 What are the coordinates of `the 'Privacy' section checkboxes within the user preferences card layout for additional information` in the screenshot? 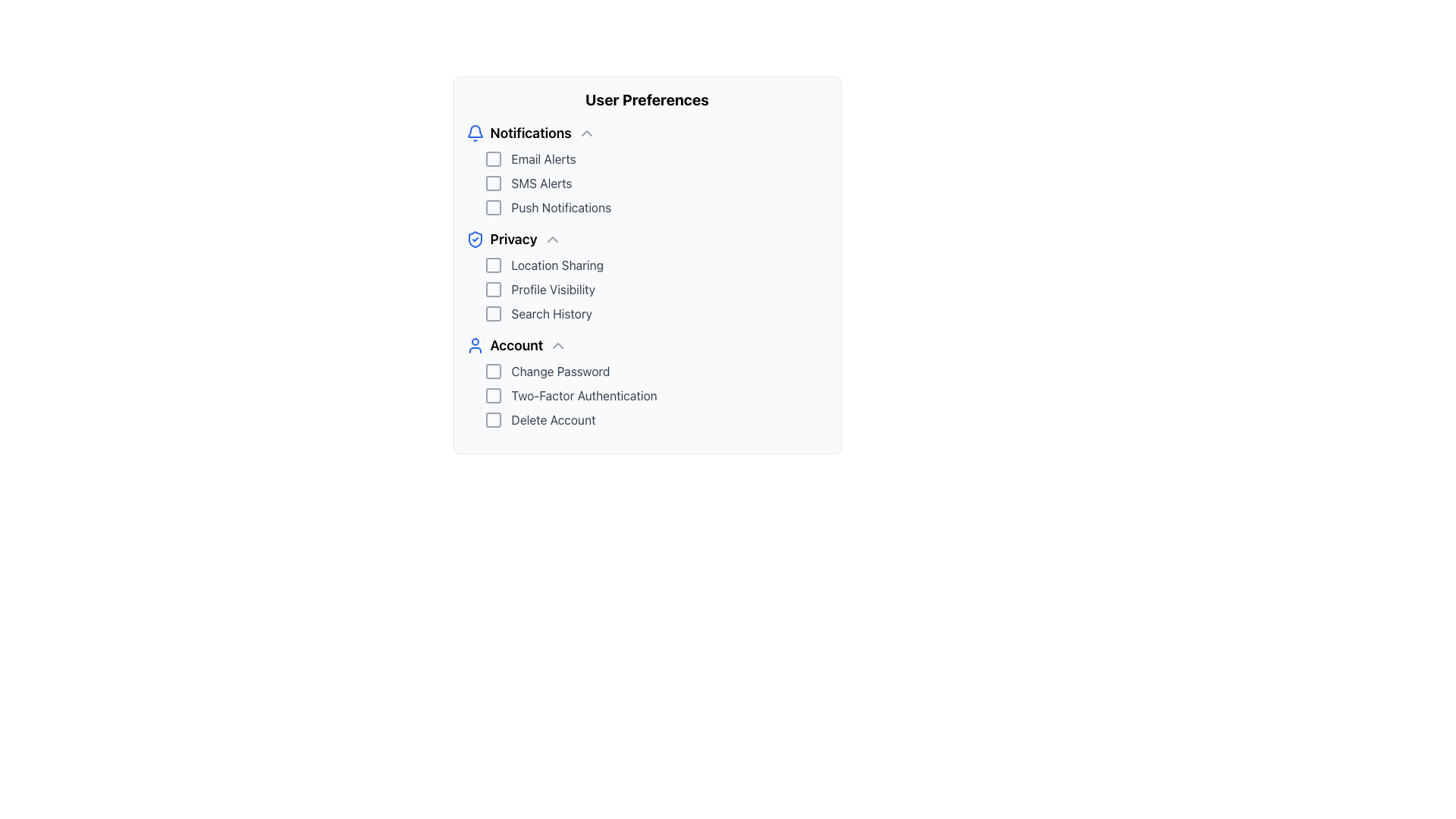 It's located at (647, 275).